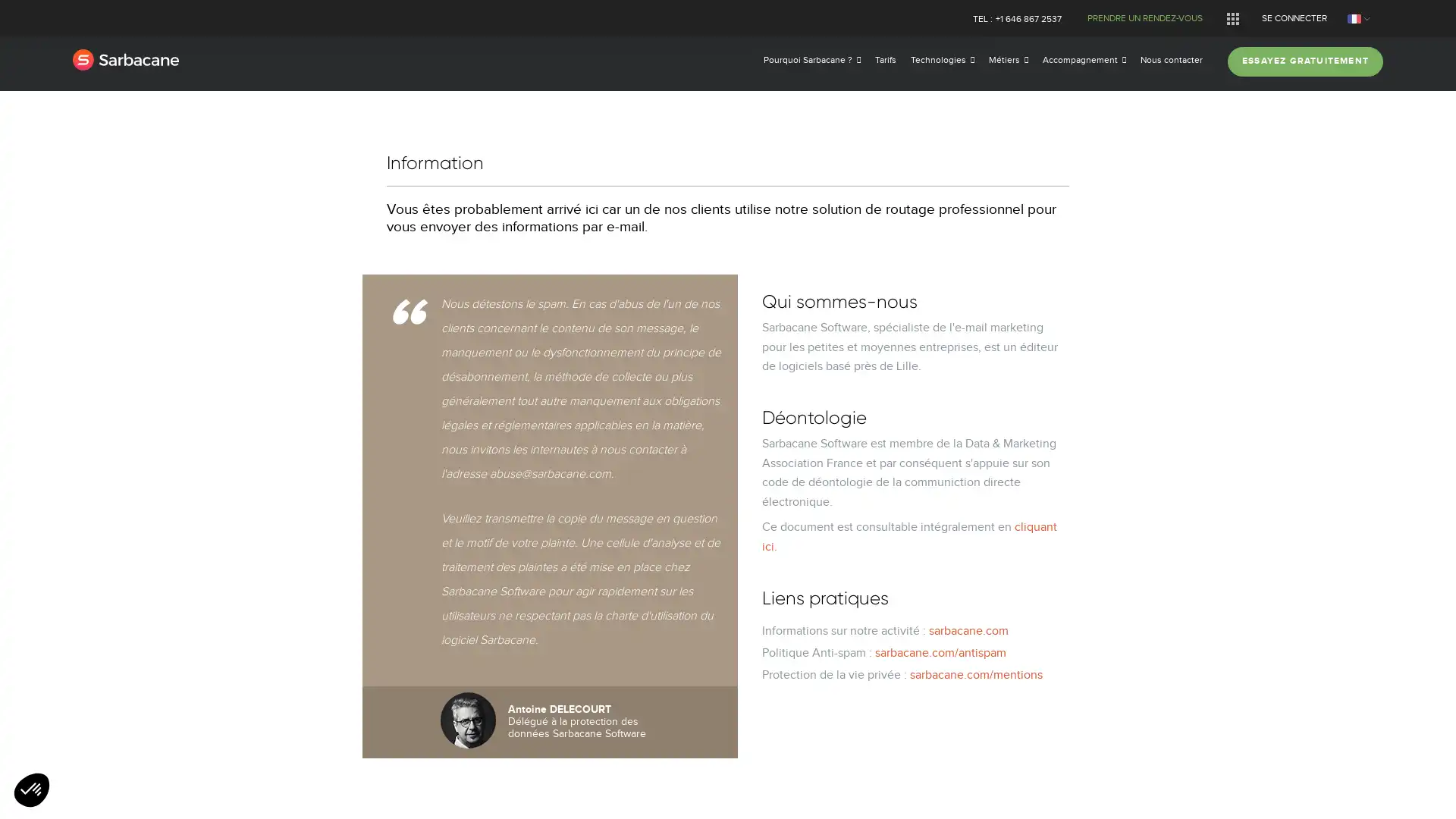 The image size is (1456, 819). Describe the element at coordinates (848, 513) in the screenshot. I see `OK pour moi` at that location.